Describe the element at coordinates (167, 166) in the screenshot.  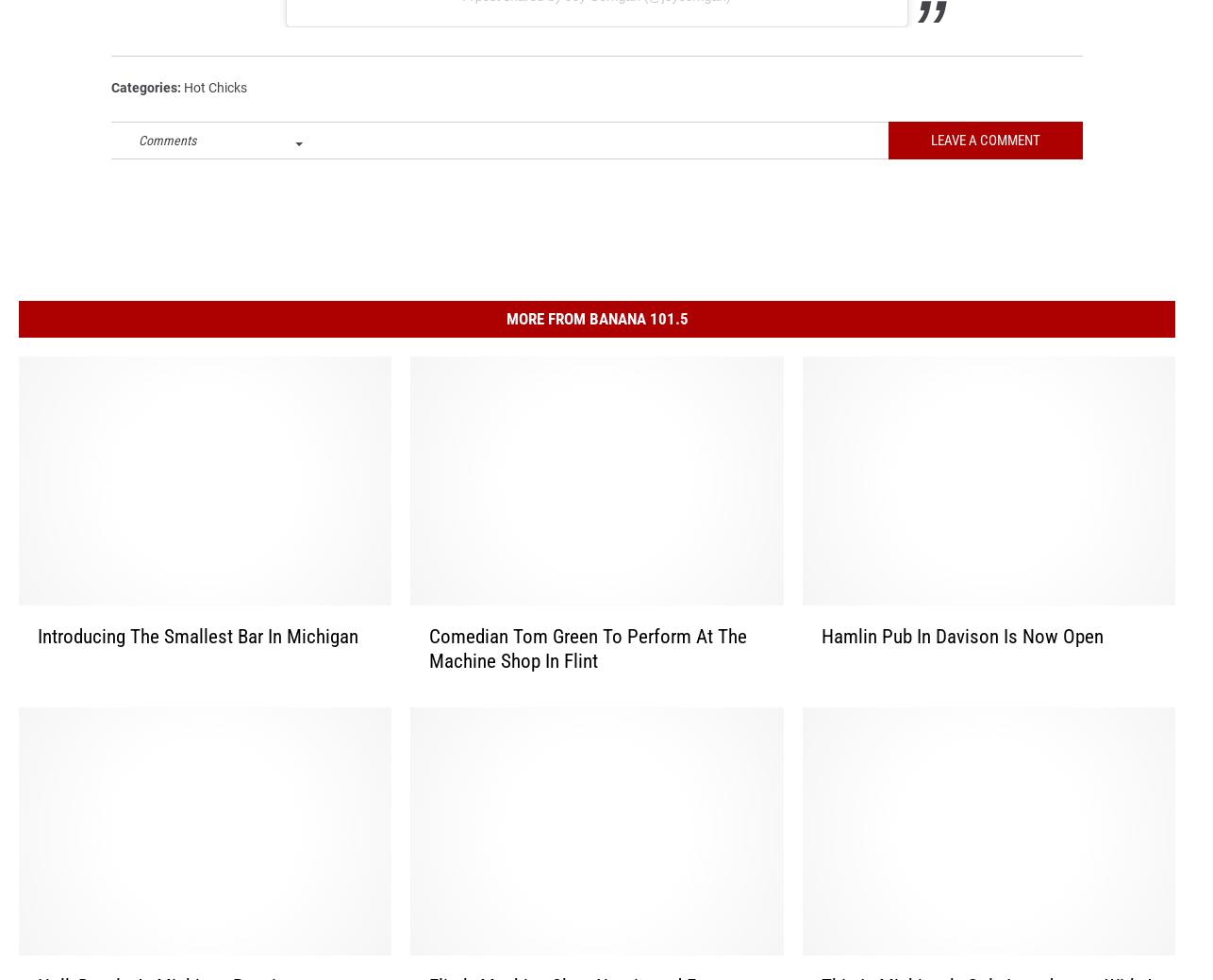
I see `'Comments'` at that location.